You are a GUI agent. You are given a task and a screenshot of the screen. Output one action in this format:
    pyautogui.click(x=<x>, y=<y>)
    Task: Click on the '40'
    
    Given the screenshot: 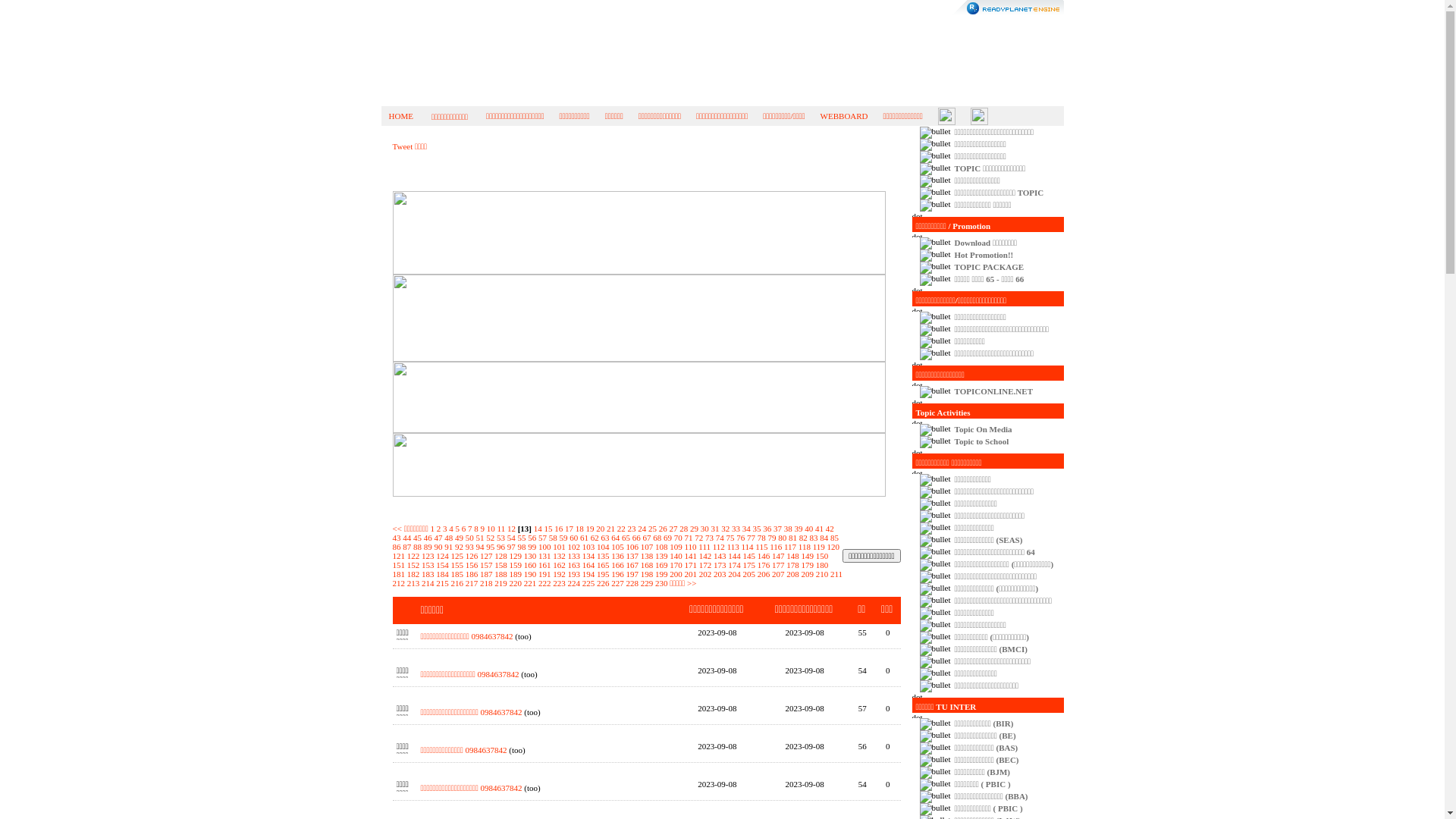 What is the action you would take?
    pyautogui.click(x=808, y=528)
    